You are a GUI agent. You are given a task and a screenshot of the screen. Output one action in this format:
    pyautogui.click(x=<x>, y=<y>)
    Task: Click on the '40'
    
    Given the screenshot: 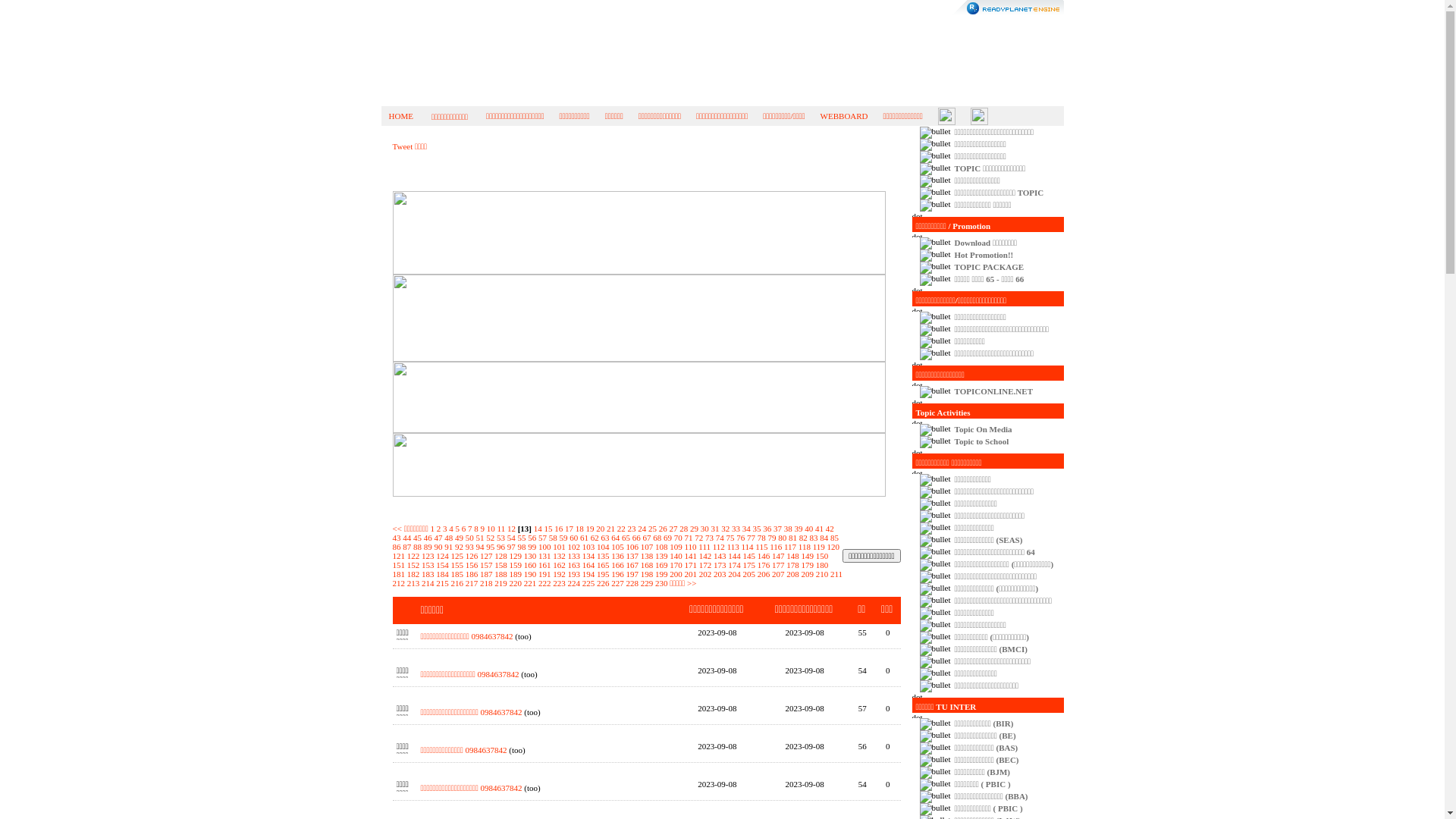 What is the action you would take?
    pyautogui.click(x=808, y=528)
    